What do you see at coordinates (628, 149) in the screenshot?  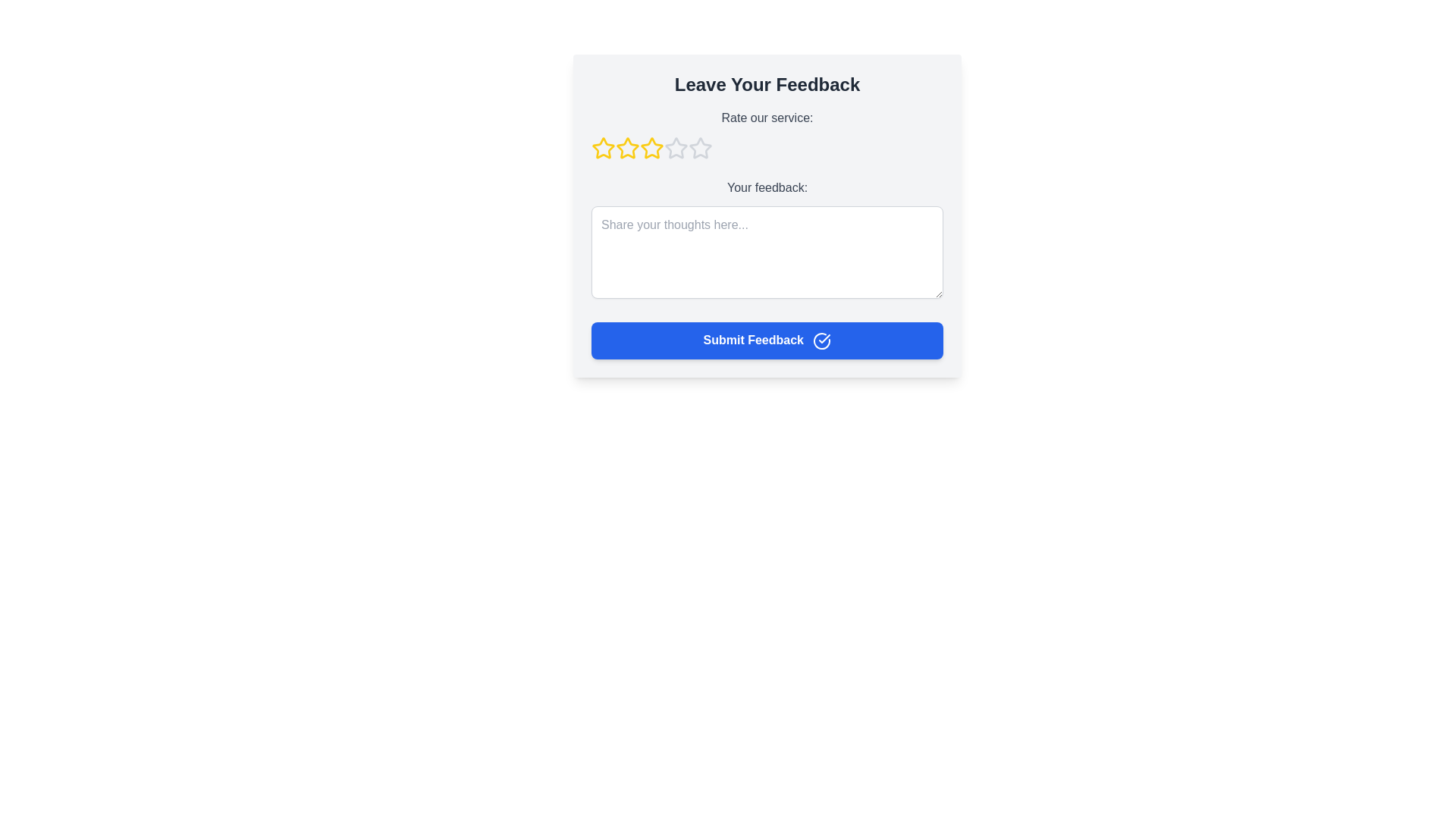 I see `the second star in the rating system under the 'Rate our service' heading` at bounding box center [628, 149].